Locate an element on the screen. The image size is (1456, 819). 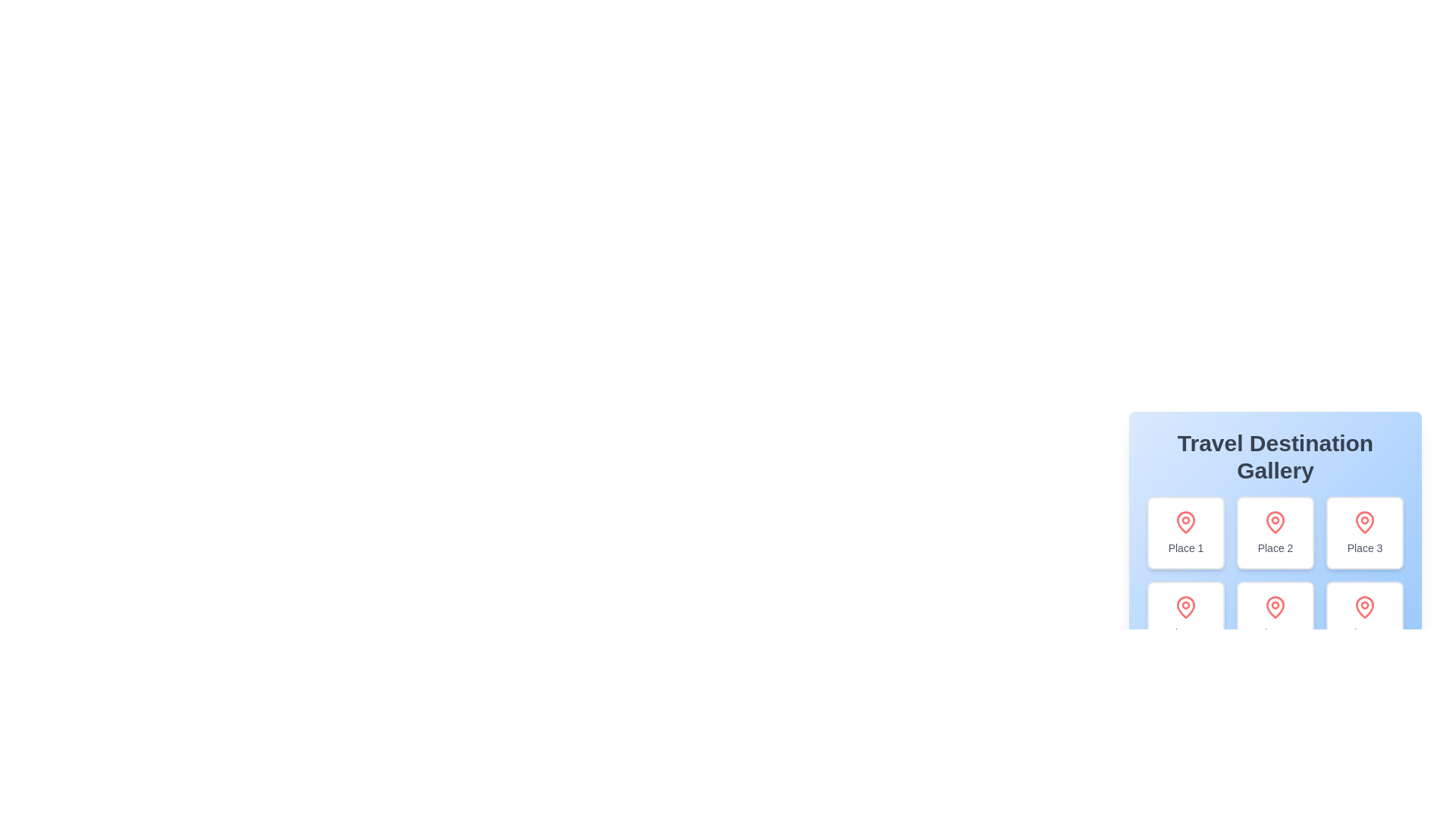
the decorative marker icon located at the top-center of the second card labeled 'Place 2' is located at coordinates (1274, 522).